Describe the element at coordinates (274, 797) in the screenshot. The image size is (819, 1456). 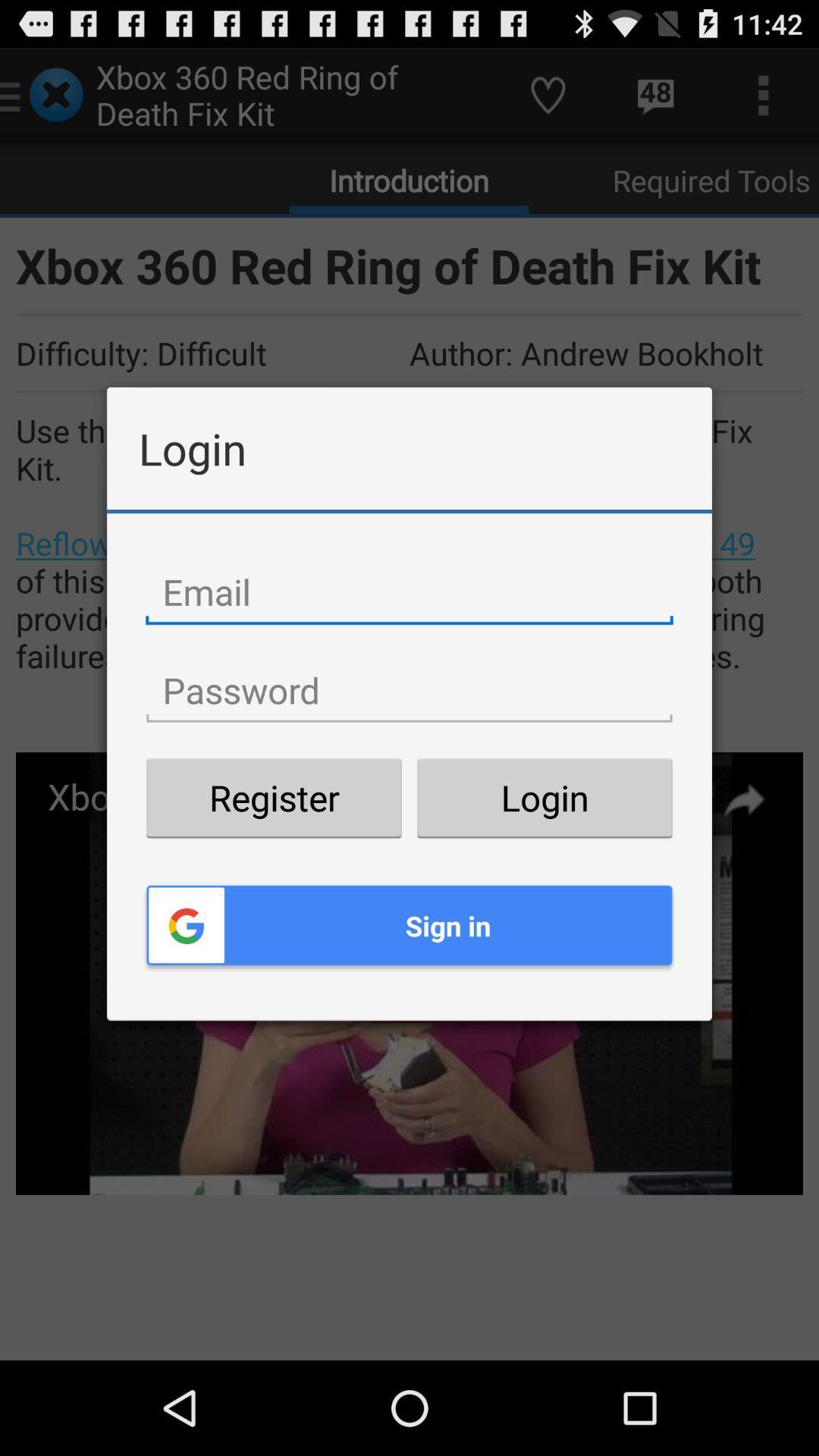
I see `the item next to the login button` at that location.